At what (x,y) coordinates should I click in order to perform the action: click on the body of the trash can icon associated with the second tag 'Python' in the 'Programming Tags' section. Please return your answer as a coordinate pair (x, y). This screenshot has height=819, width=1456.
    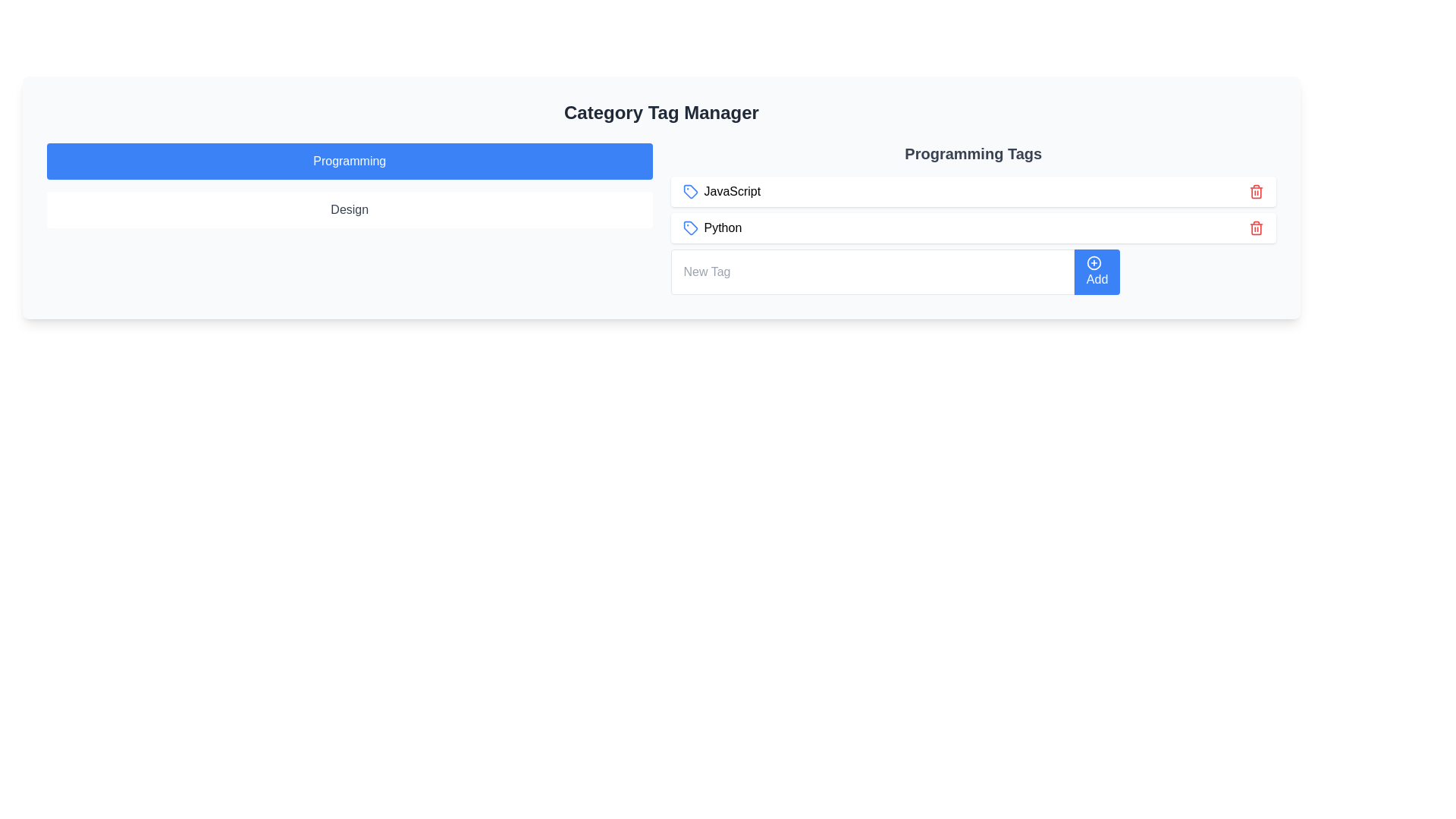
    Looking at the image, I should click on (1256, 192).